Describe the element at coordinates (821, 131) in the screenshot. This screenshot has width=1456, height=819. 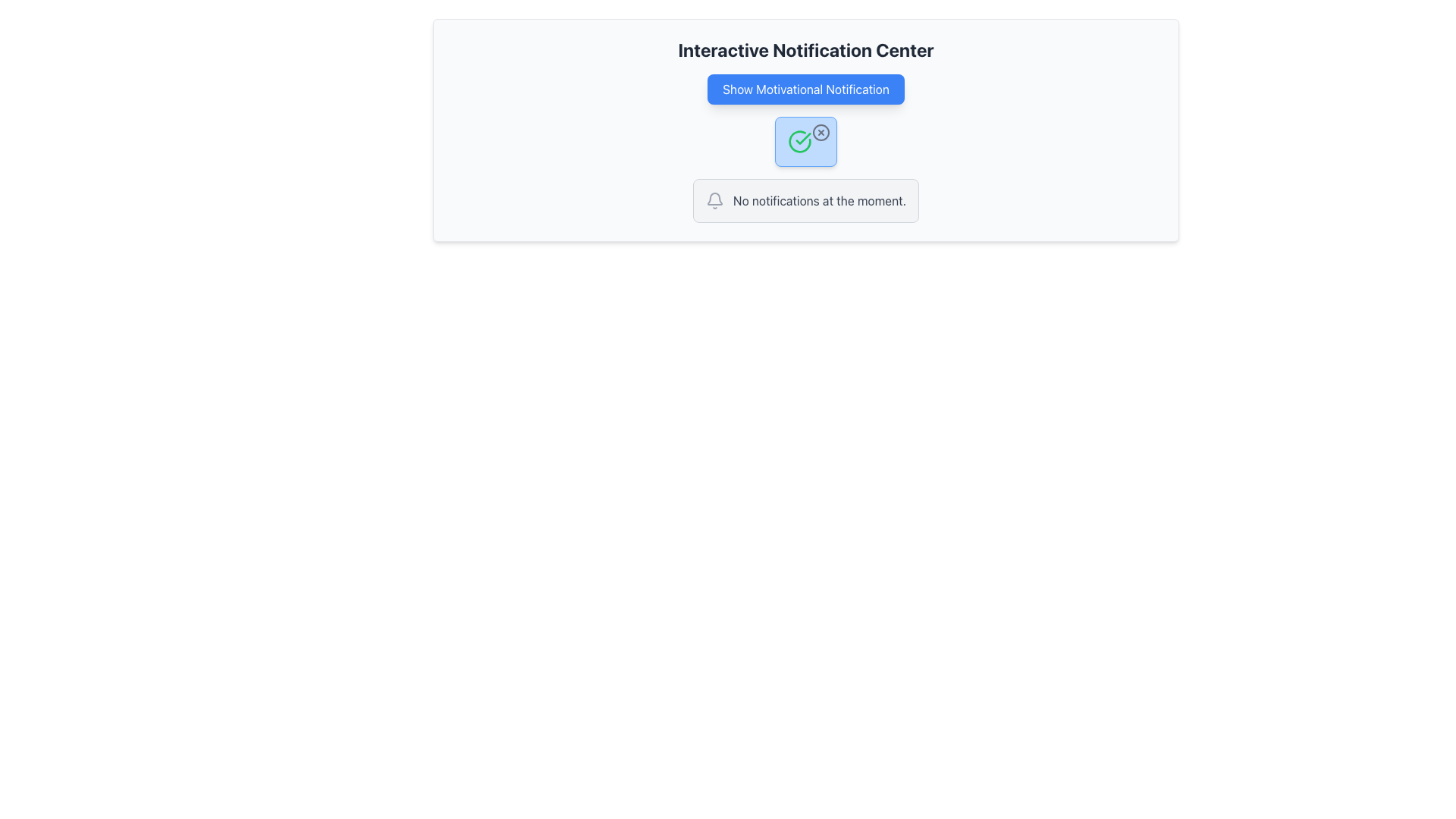
I see `the close button located in the top-right corner of the notification box` at that location.